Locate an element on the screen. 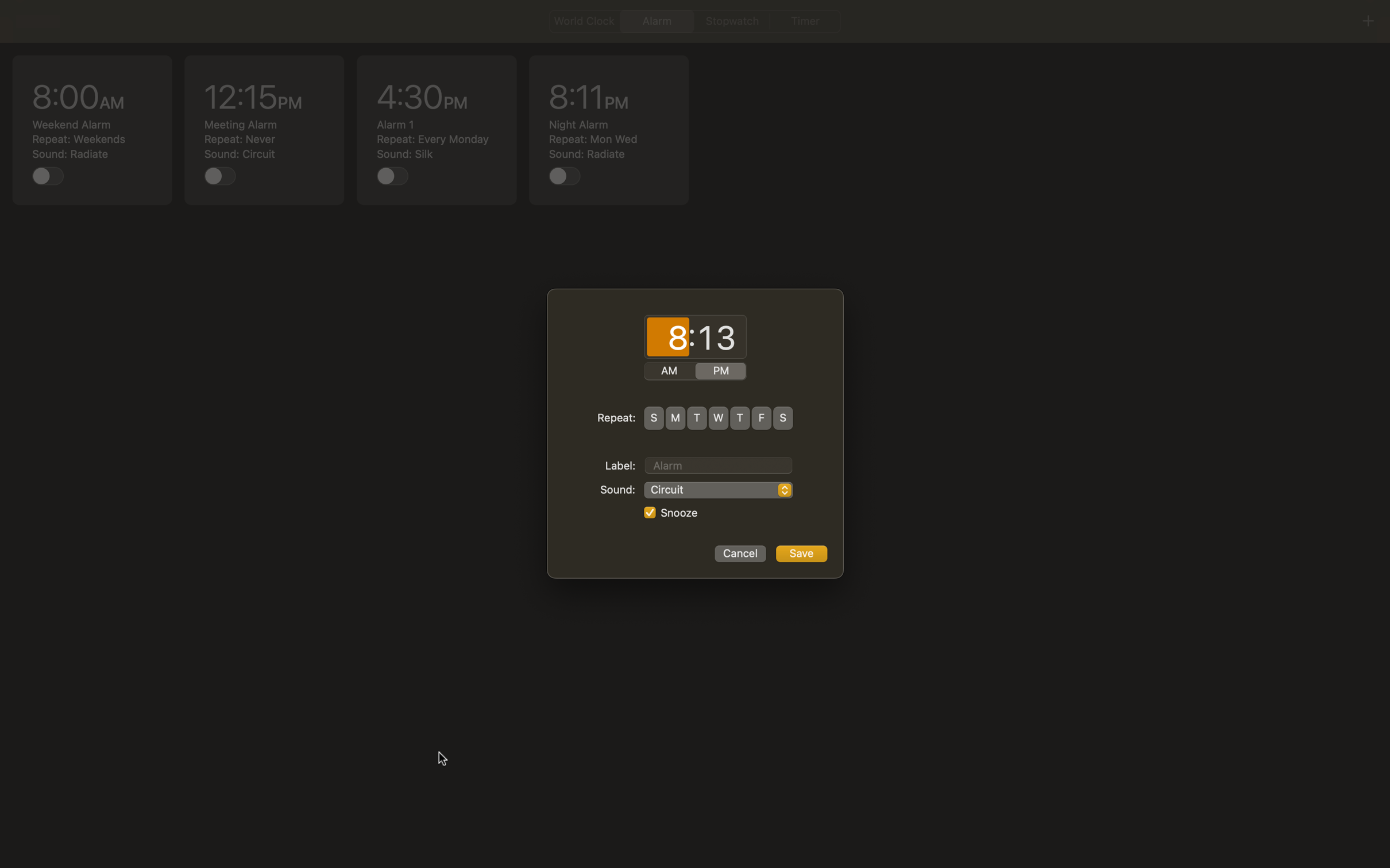  Update the application"s timing configuration to 7 hours and 45 minutes is located at coordinates (667, 338).